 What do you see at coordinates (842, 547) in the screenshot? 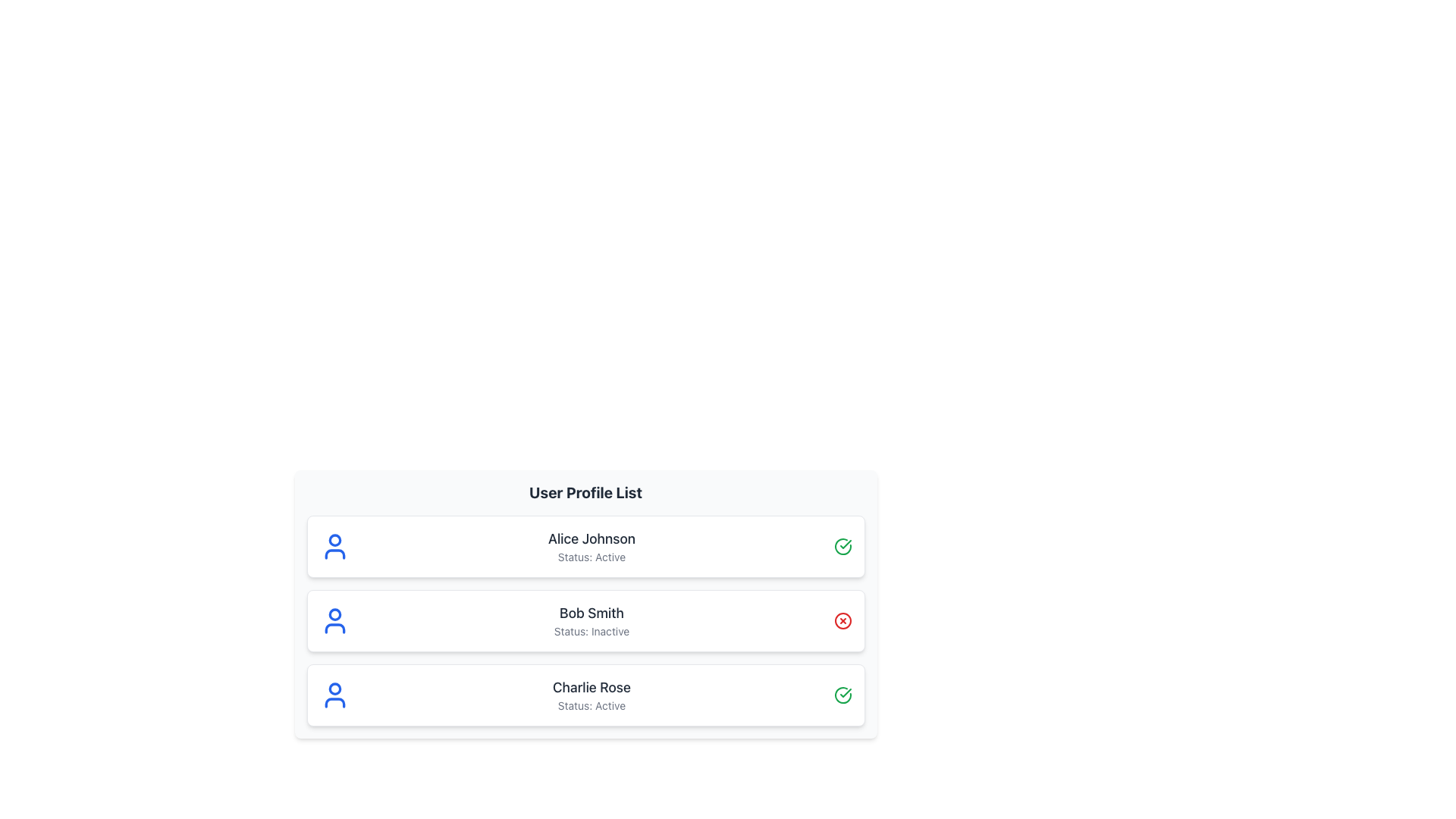
I see `the green circular icon with a checkmark inside, located in the top-right corner of the 'Alice Johnson' profile card` at bounding box center [842, 547].